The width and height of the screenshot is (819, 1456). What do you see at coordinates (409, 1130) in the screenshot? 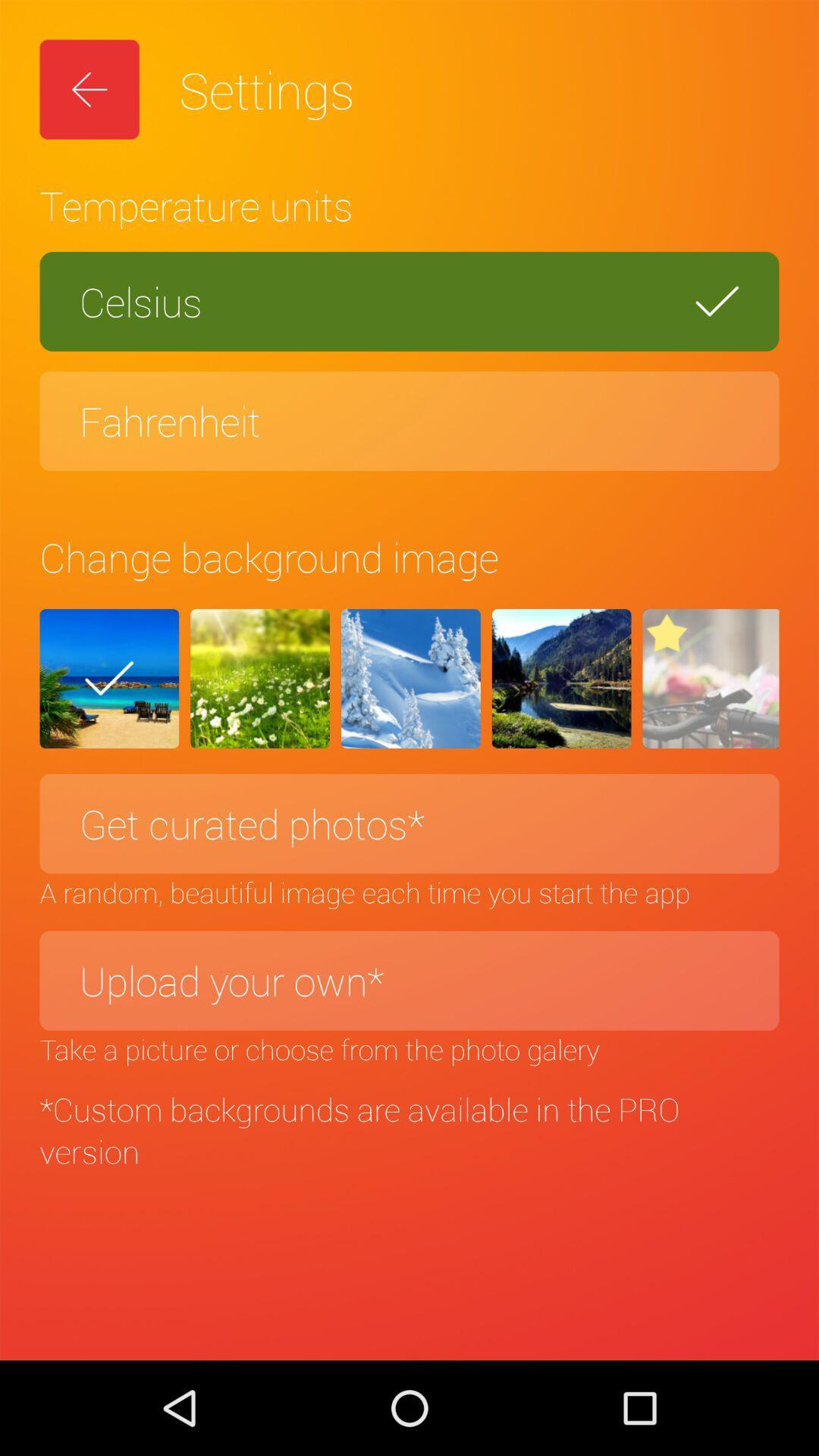
I see `custom backgrounds are icon` at bounding box center [409, 1130].